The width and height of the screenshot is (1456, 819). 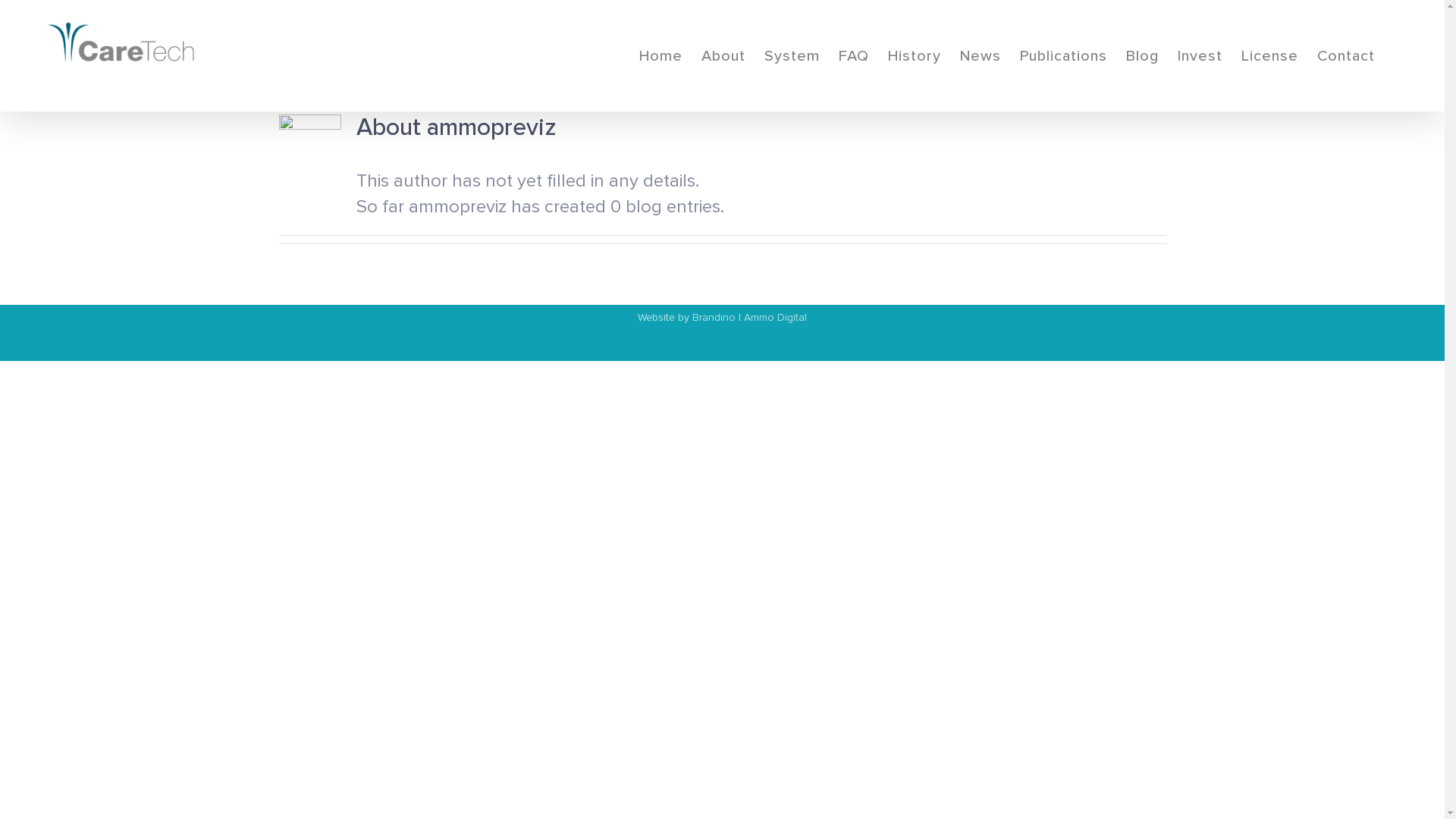 What do you see at coordinates (723, 55) in the screenshot?
I see `'About'` at bounding box center [723, 55].